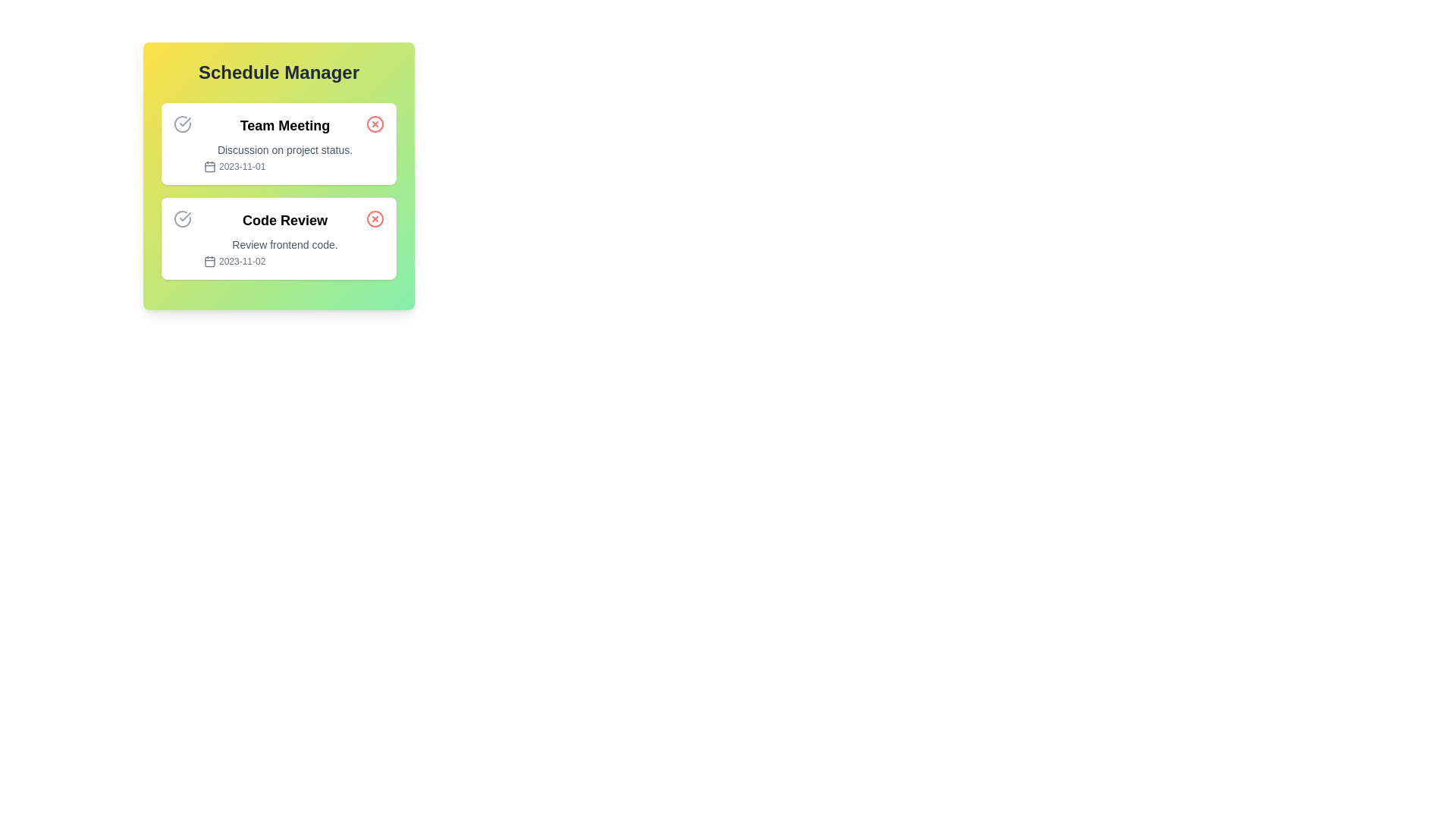 This screenshot has width=1456, height=819. I want to click on the text that serves as a brief description of the task labeled 'Code Review', which is positioned directly beneath the heading 'Code Review' and above the text '2023-11-02', so click(284, 244).